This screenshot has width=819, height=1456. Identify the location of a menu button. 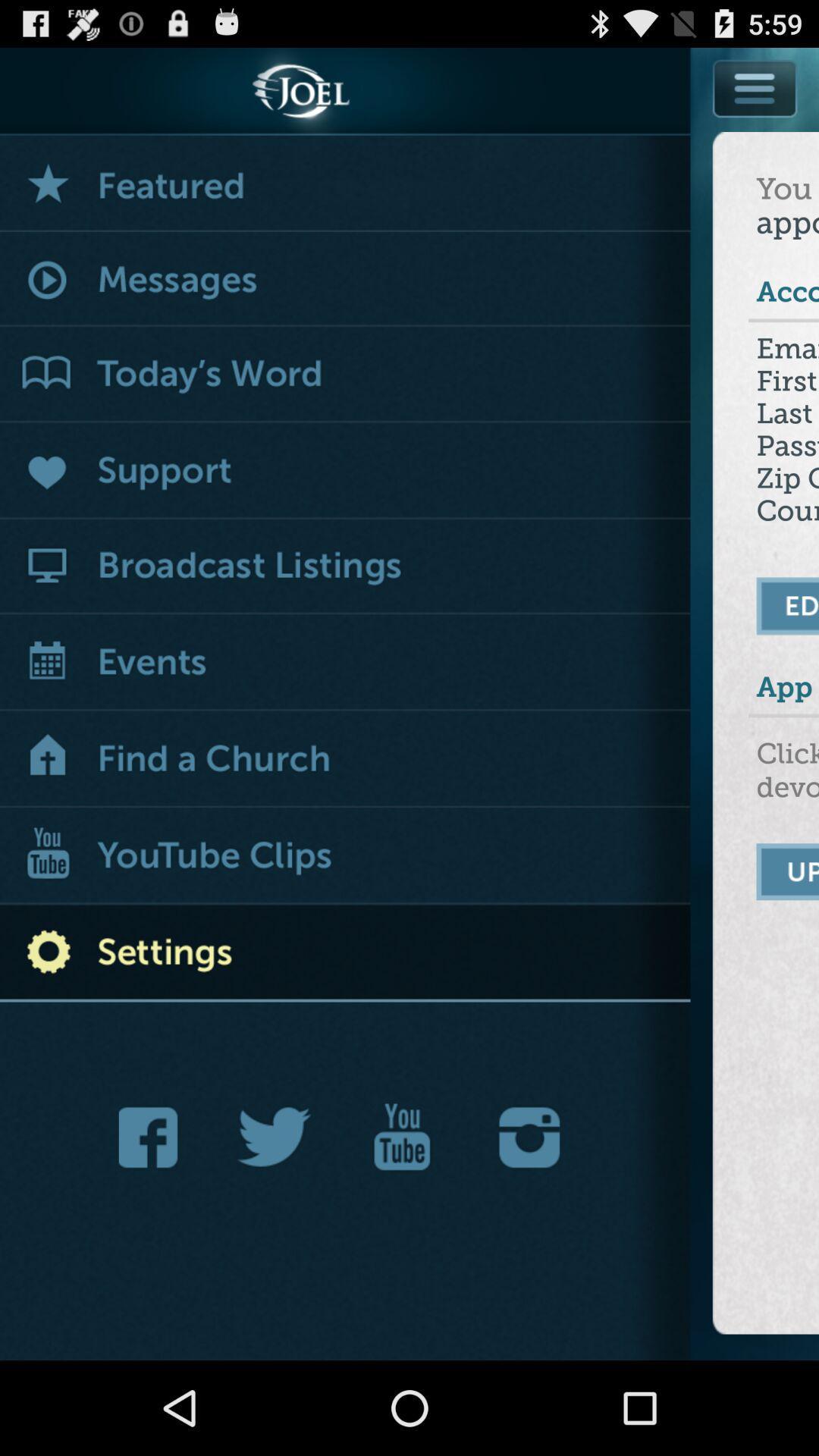
(755, 122).